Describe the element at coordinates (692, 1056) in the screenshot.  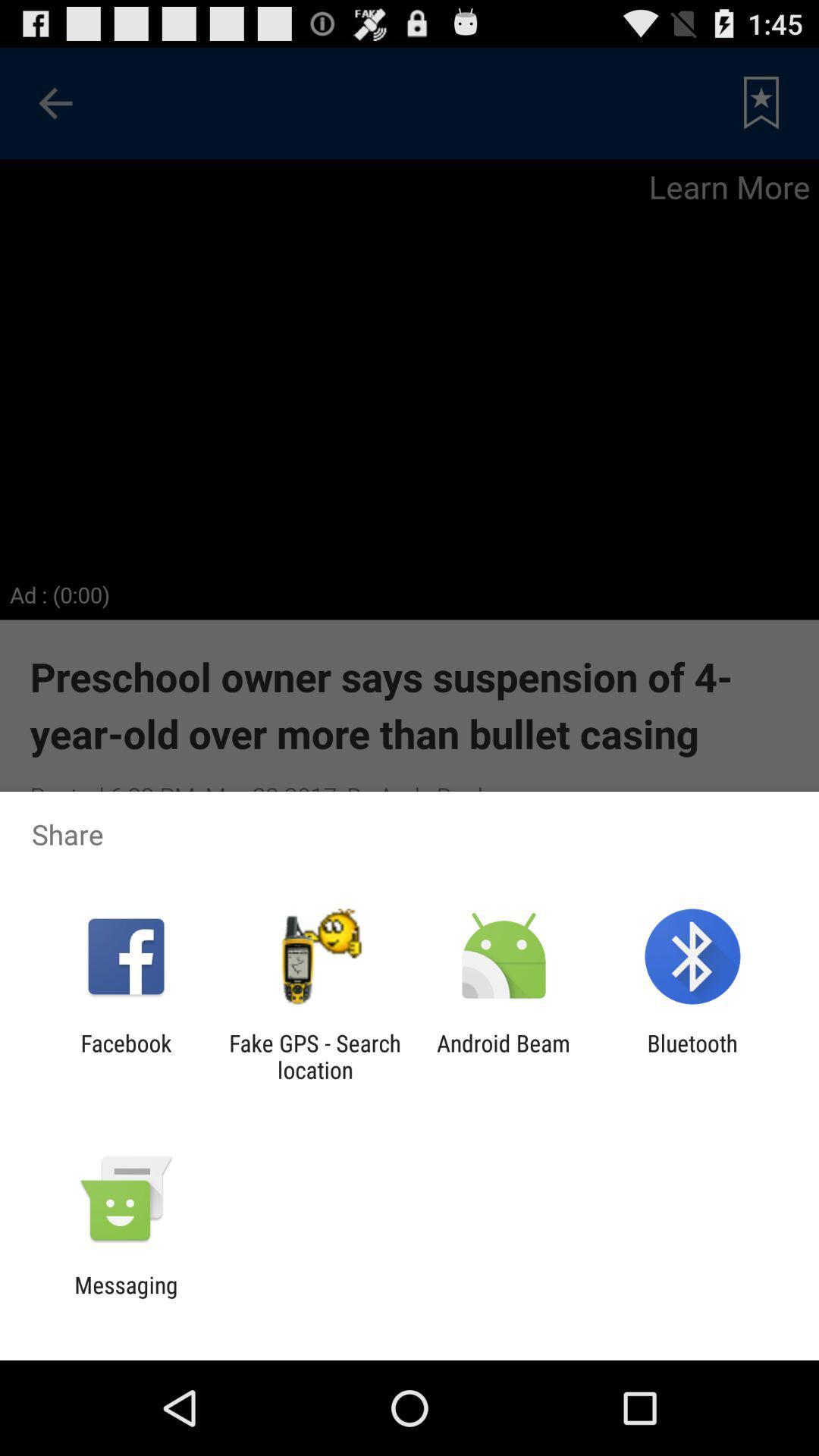
I see `the item at the bottom right corner` at that location.